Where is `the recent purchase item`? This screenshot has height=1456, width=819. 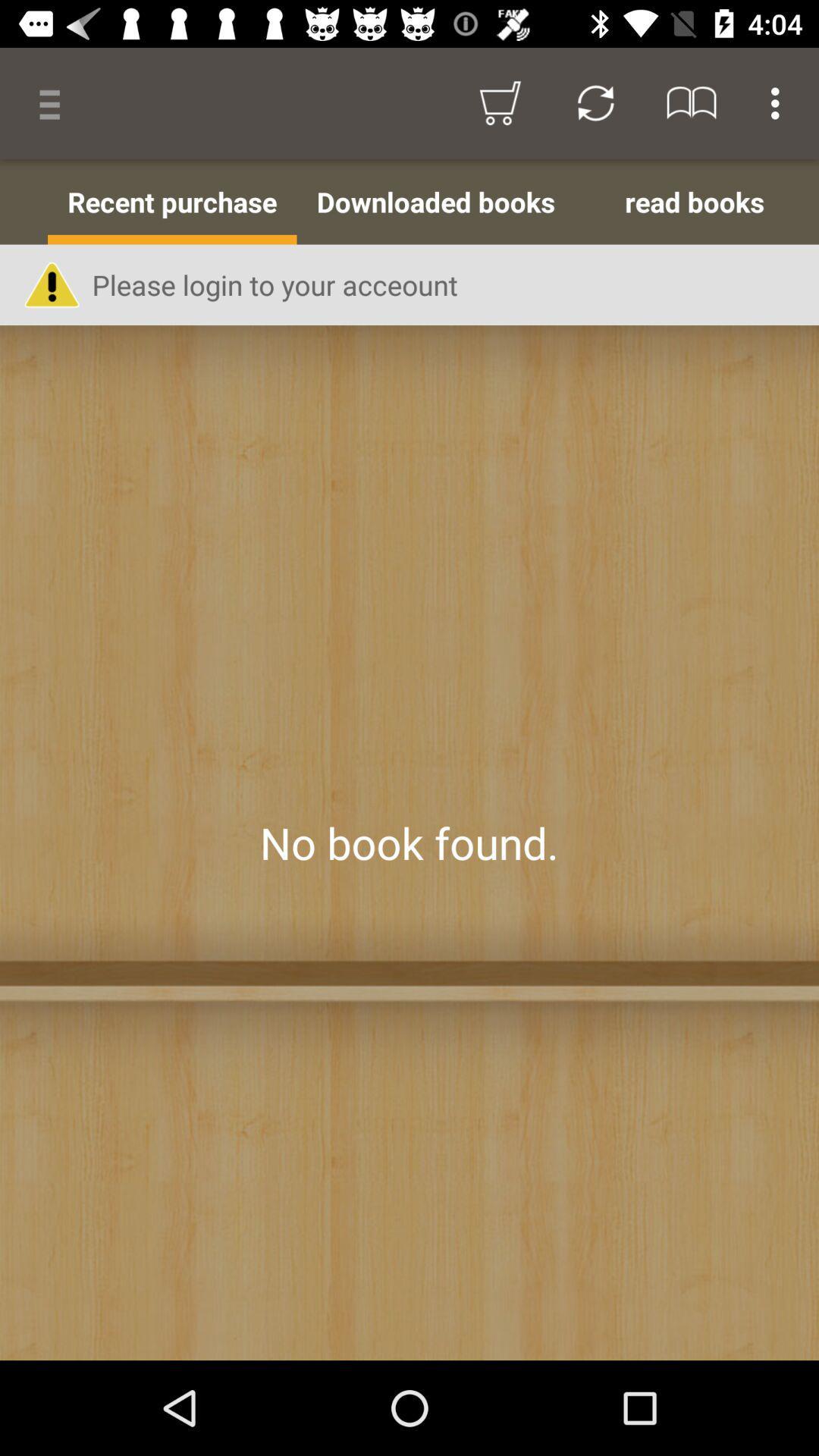 the recent purchase item is located at coordinates (171, 201).